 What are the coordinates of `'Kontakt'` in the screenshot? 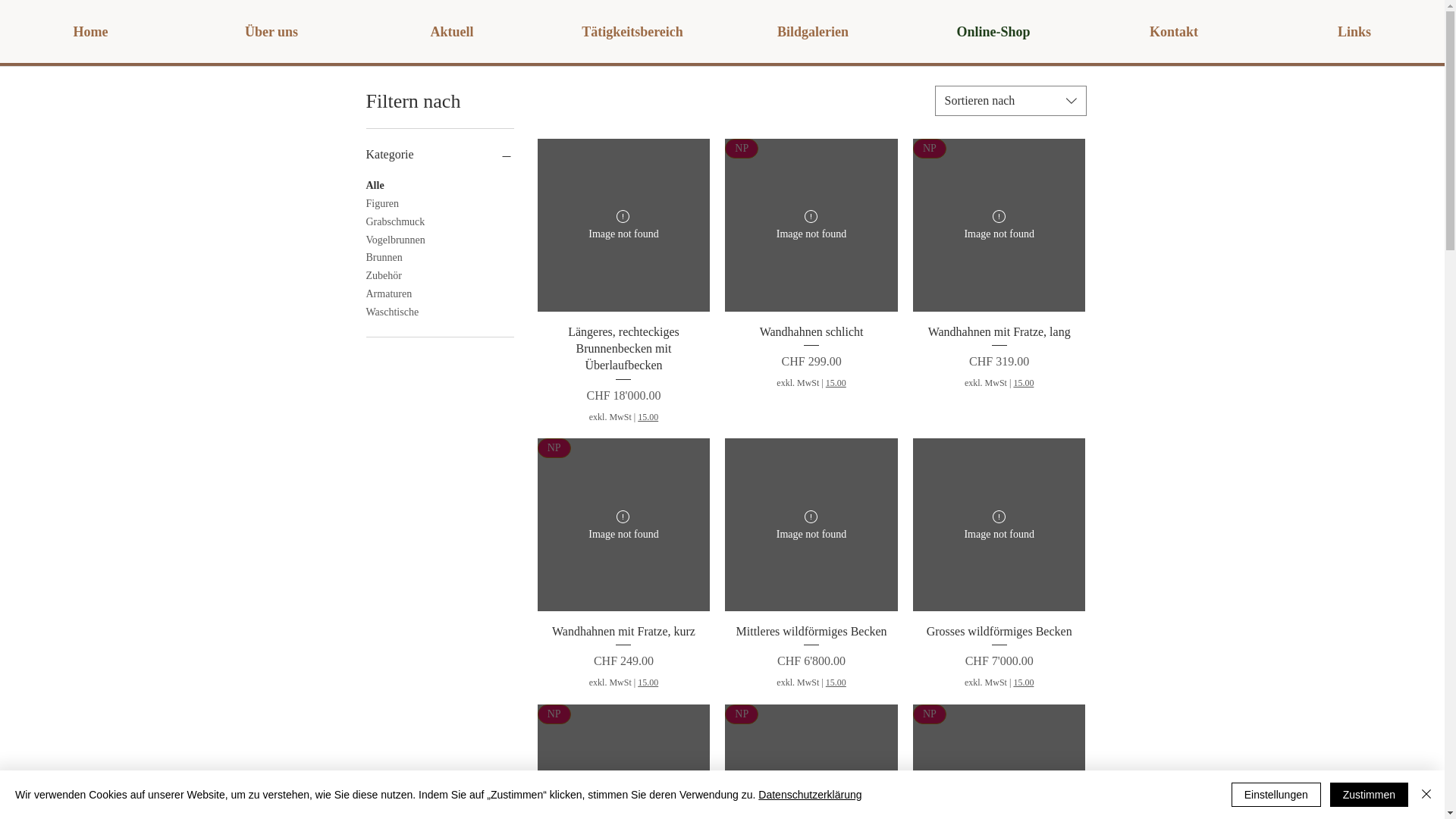 It's located at (1173, 32).